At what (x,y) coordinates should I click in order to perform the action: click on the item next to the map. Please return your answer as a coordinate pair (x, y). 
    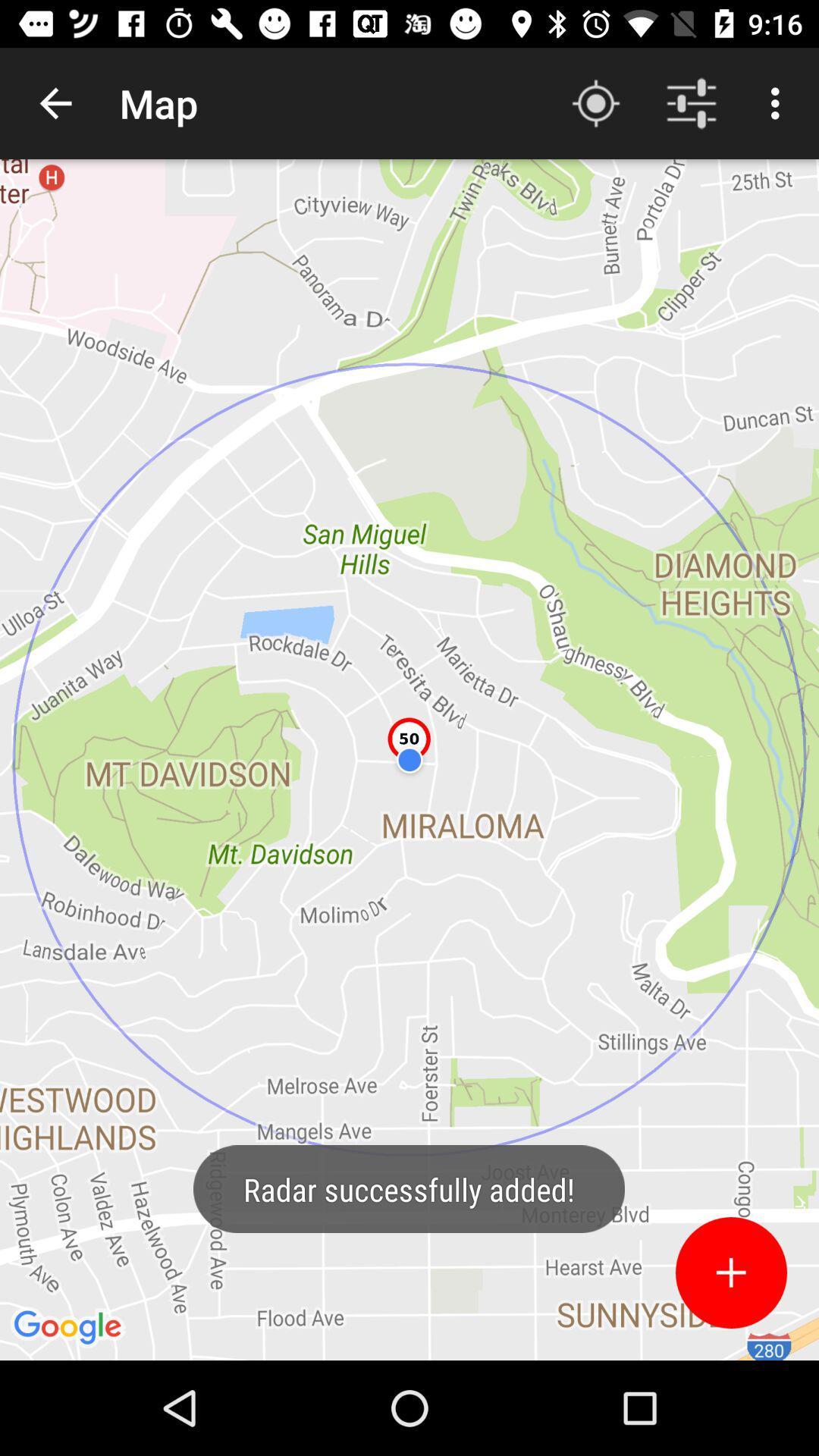
    Looking at the image, I should click on (55, 102).